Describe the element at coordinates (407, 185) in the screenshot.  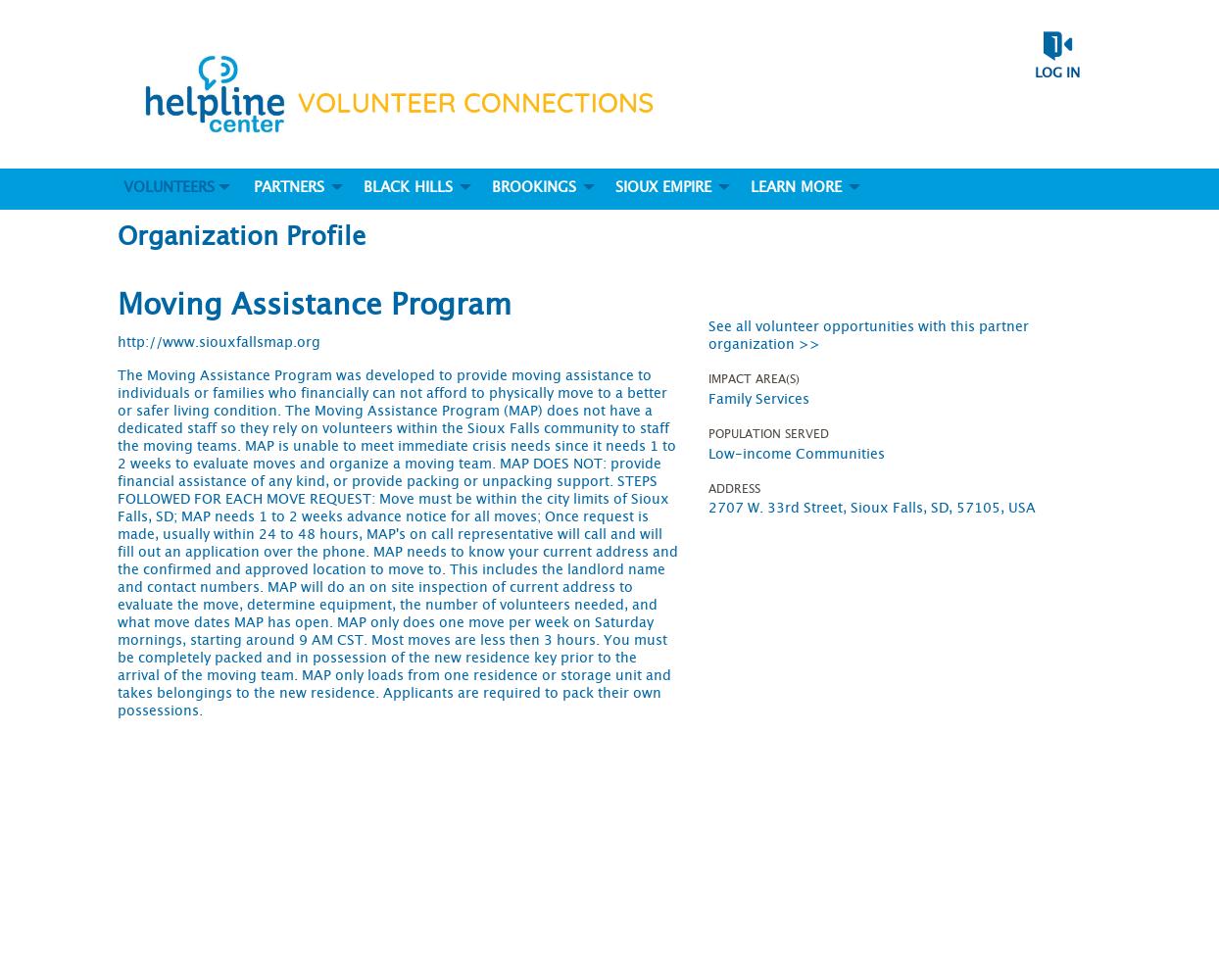
I see `'Black Hills'` at that location.